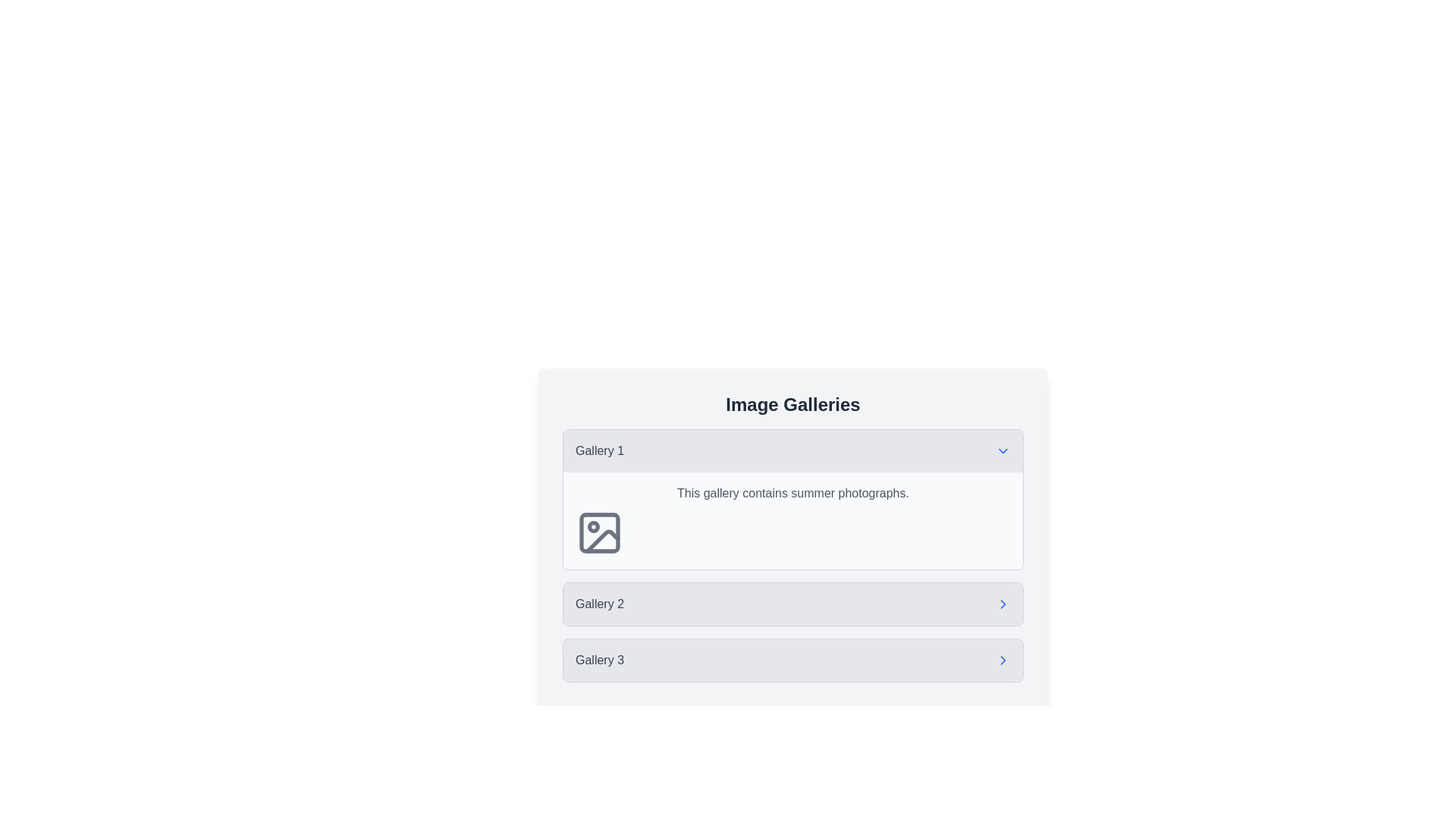 Image resolution: width=1456 pixels, height=819 pixels. I want to click on the chevron icon located to the right of the 'Gallery 1' text, so click(1003, 450).